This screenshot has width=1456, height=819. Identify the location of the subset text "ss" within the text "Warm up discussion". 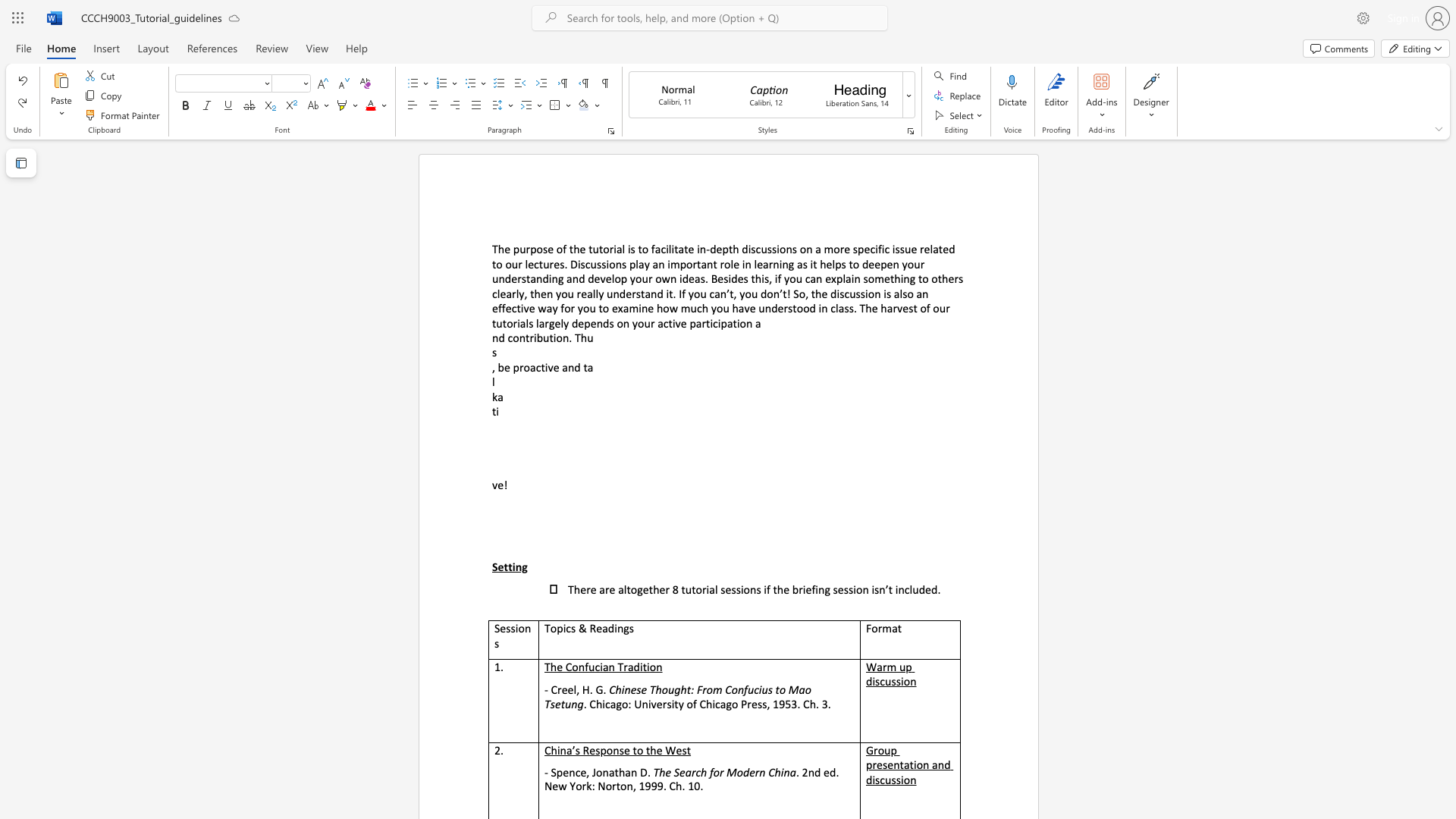
(891, 680).